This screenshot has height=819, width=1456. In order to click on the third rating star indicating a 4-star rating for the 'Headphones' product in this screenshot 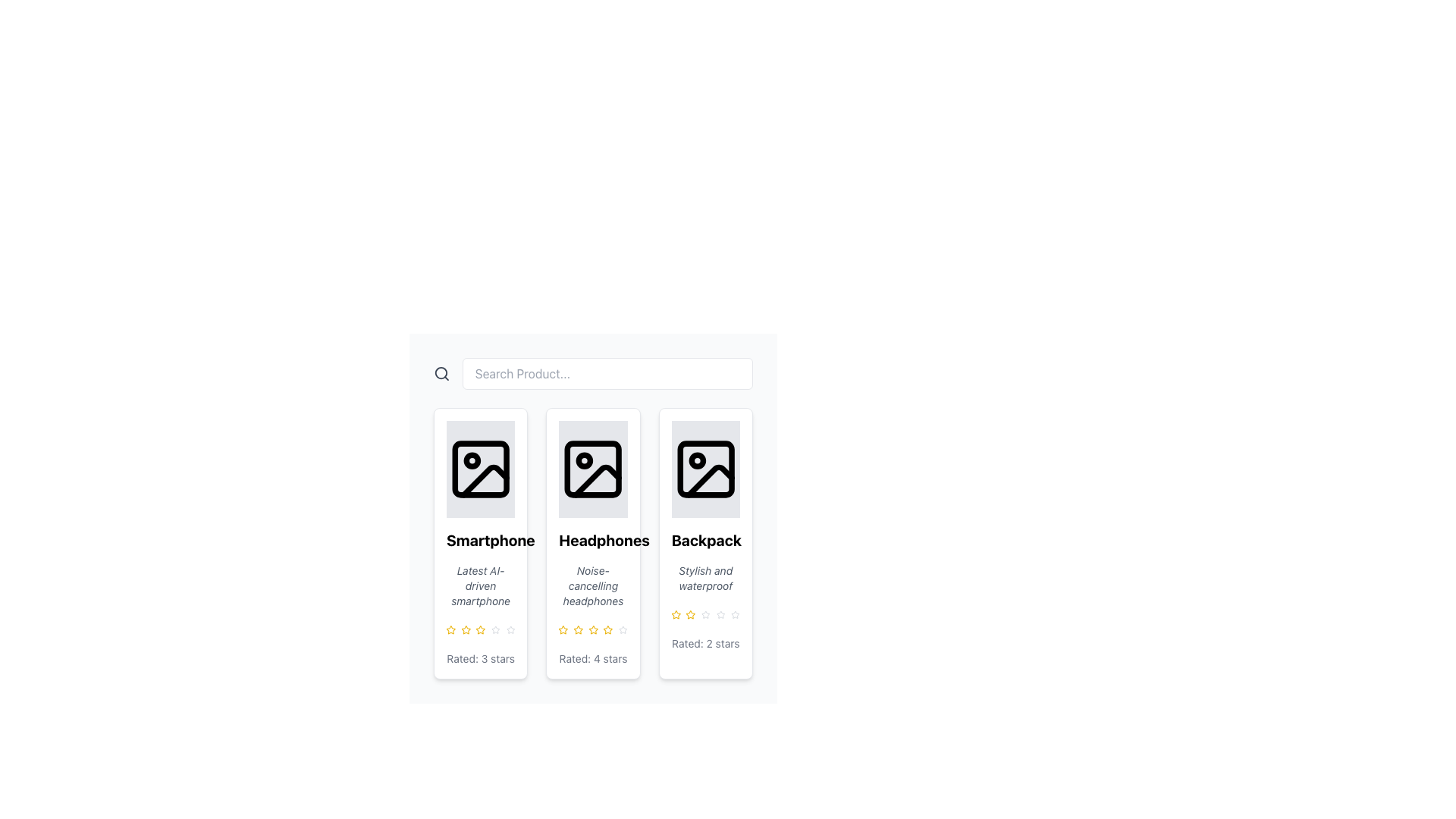, I will do `click(577, 629)`.